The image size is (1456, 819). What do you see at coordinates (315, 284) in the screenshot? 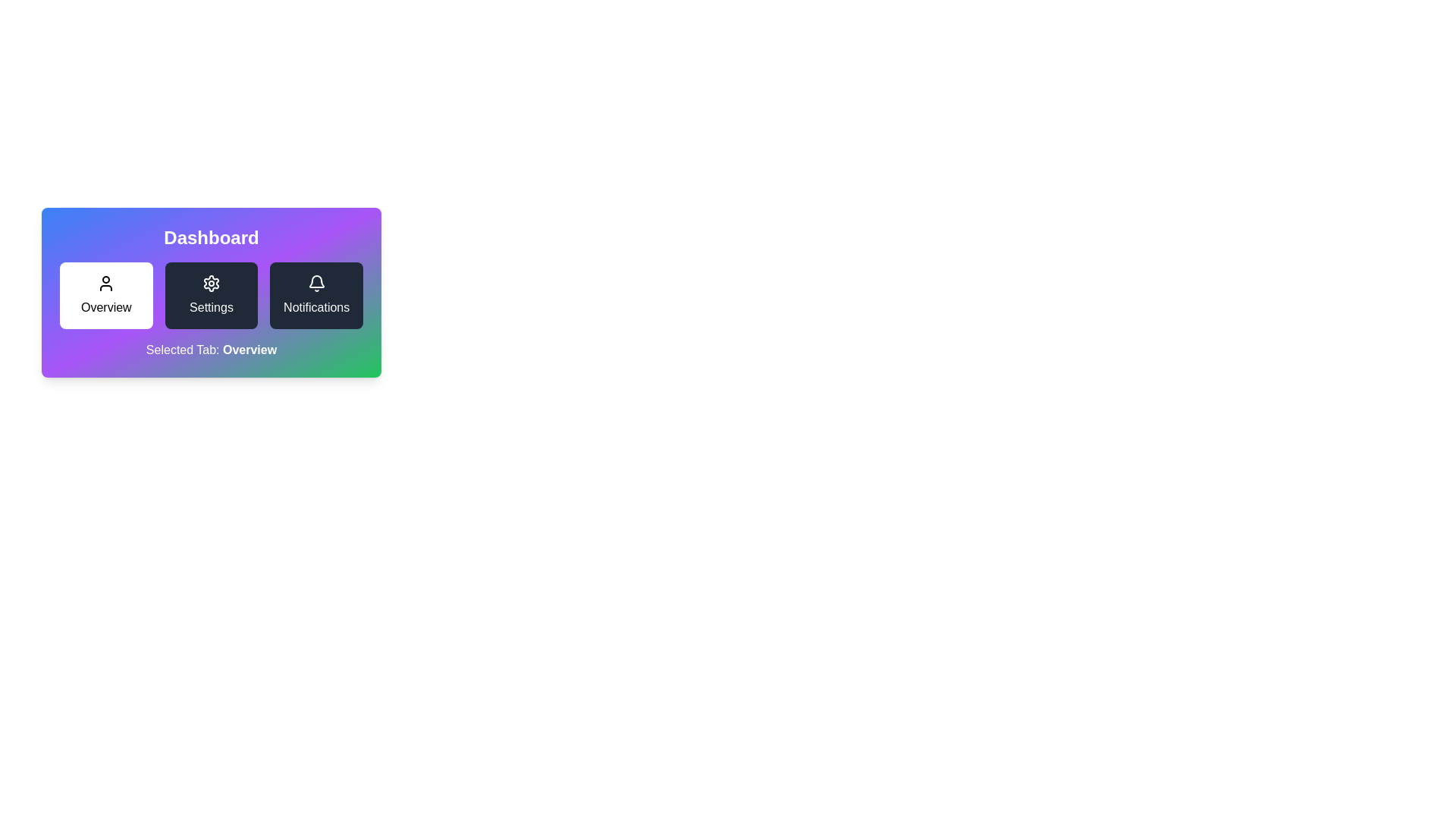
I see `the notifications icon located at the top of the 'Notifications' card` at bounding box center [315, 284].